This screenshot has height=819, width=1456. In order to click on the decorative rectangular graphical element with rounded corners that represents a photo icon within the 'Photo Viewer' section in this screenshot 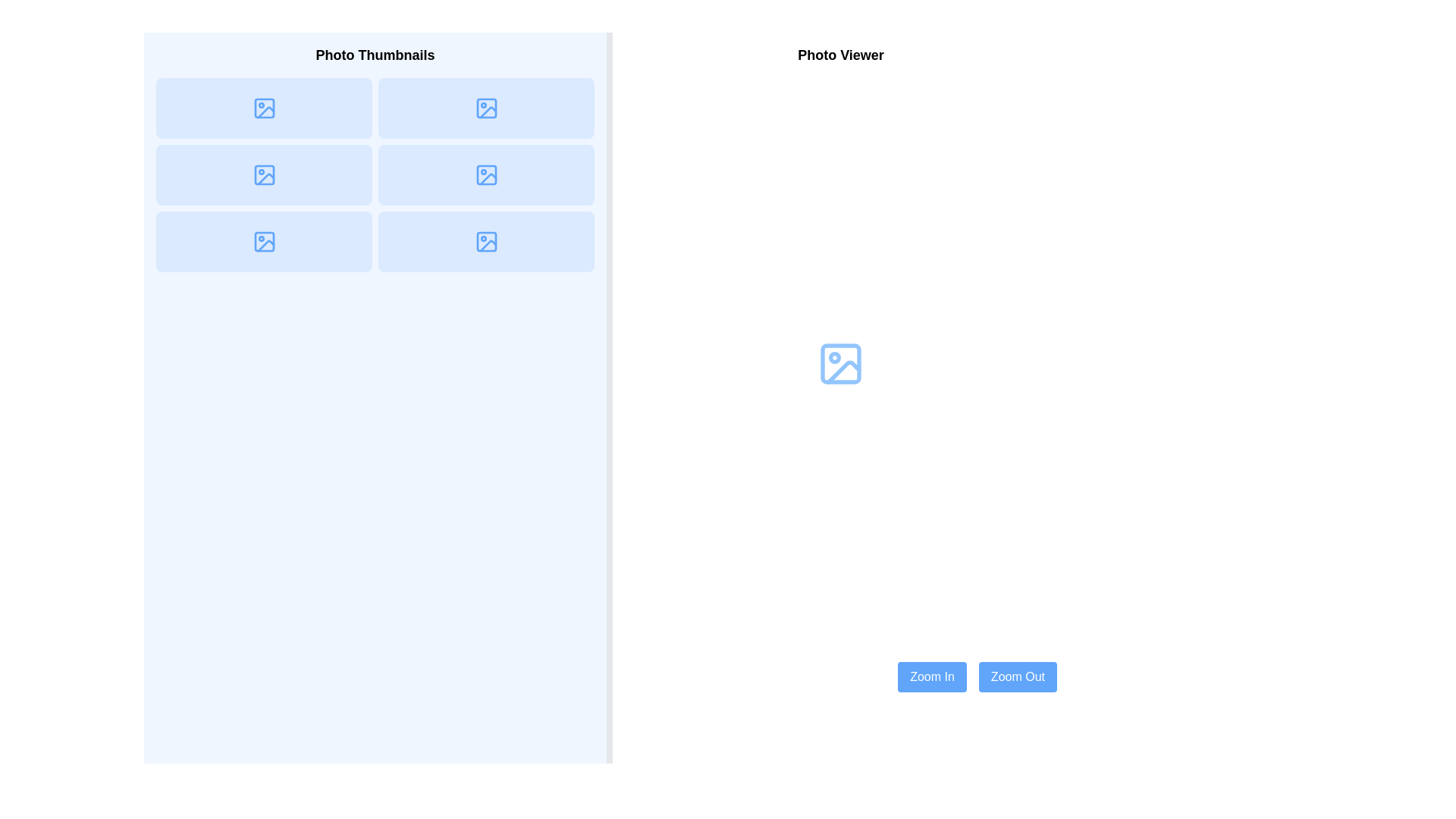, I will do `click(839, 363)`.